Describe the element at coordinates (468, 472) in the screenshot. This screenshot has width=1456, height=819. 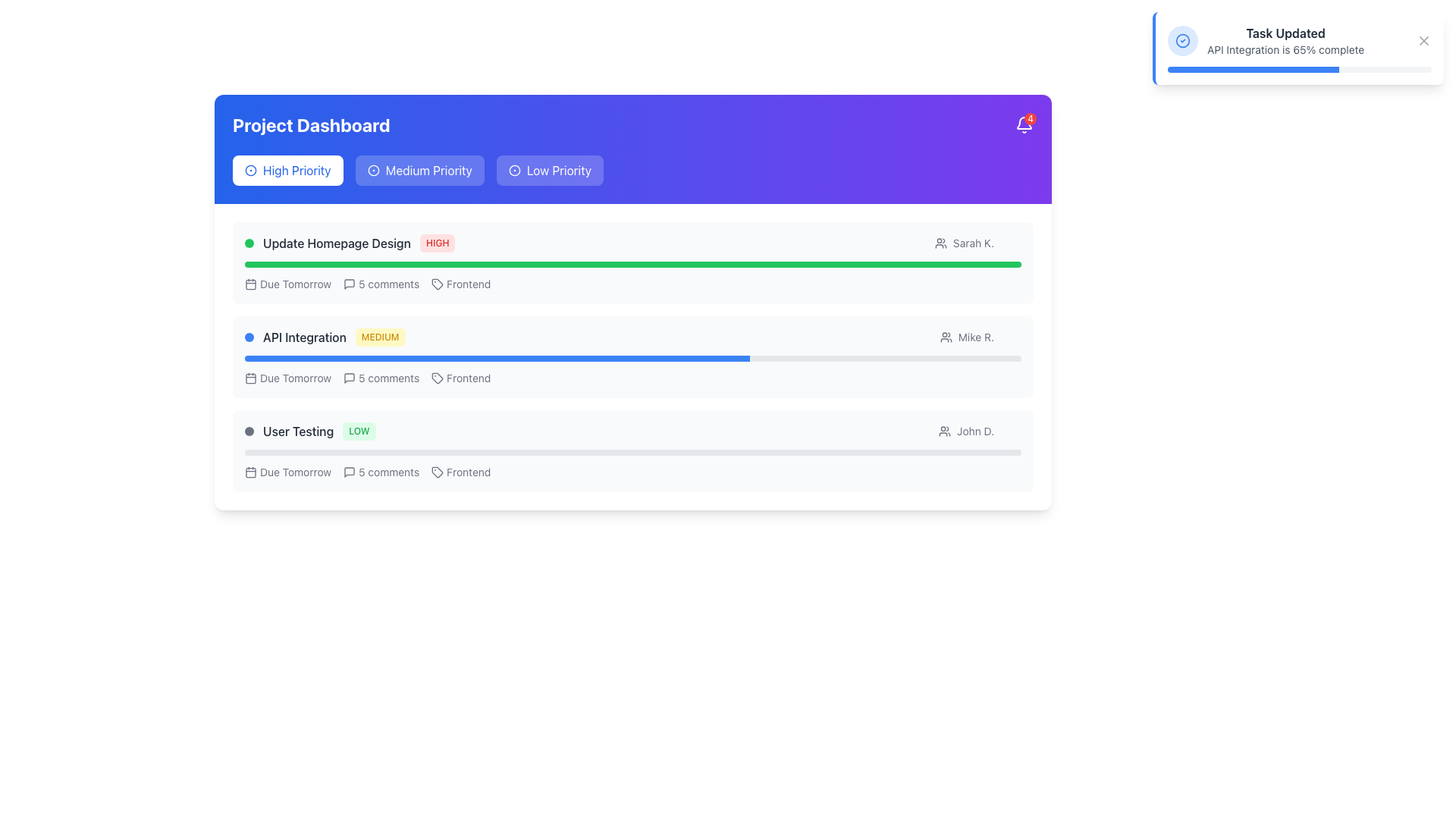
I see `text content of the label displaying 'Frontend' located in the third row under 'User Testing', which is positioned to the right of a tag-shaped icon` at that location.